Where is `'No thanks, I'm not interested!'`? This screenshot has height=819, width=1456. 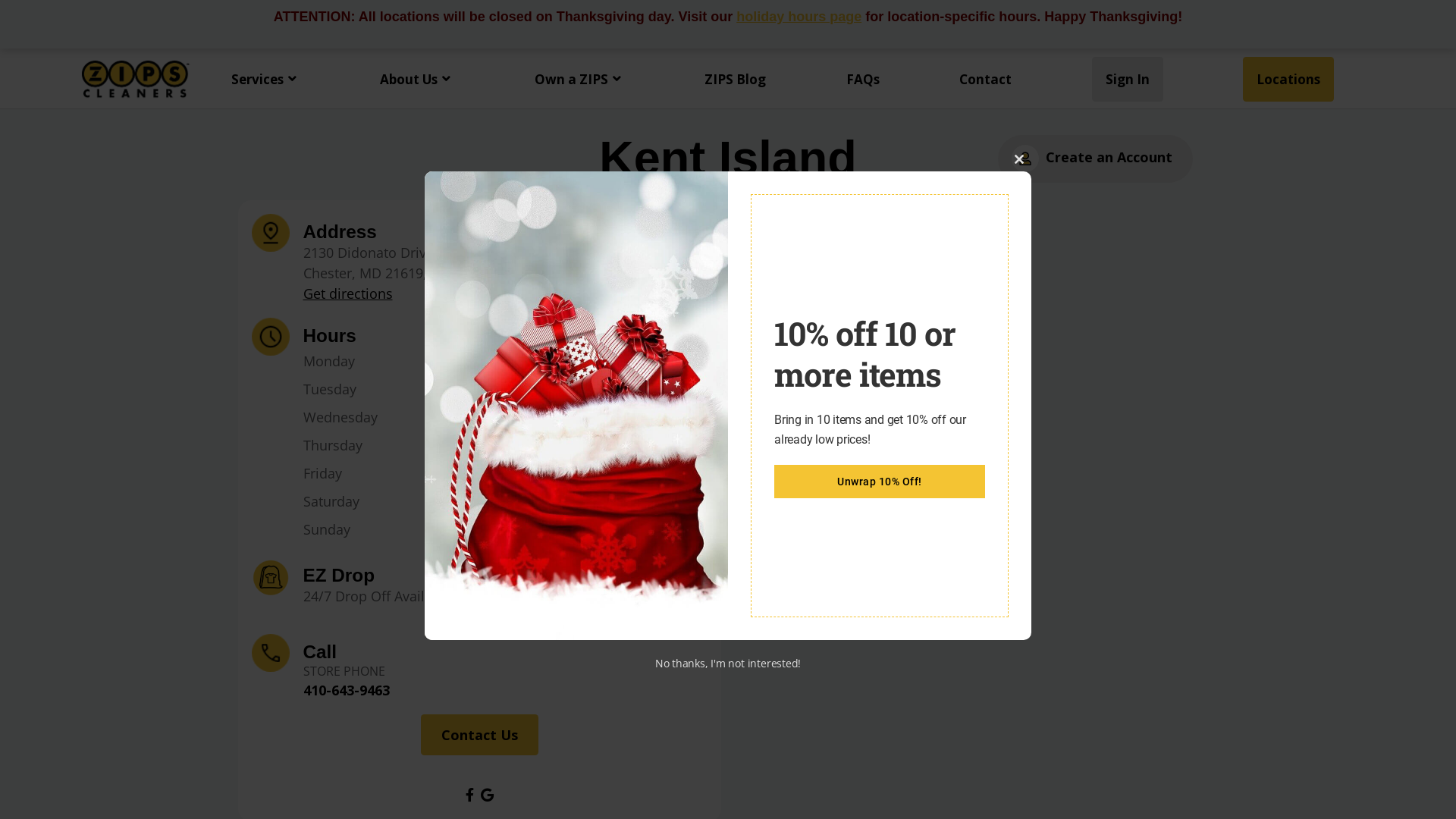
'No thanks, I'm not interested!' is located at coordinates (655, 662).